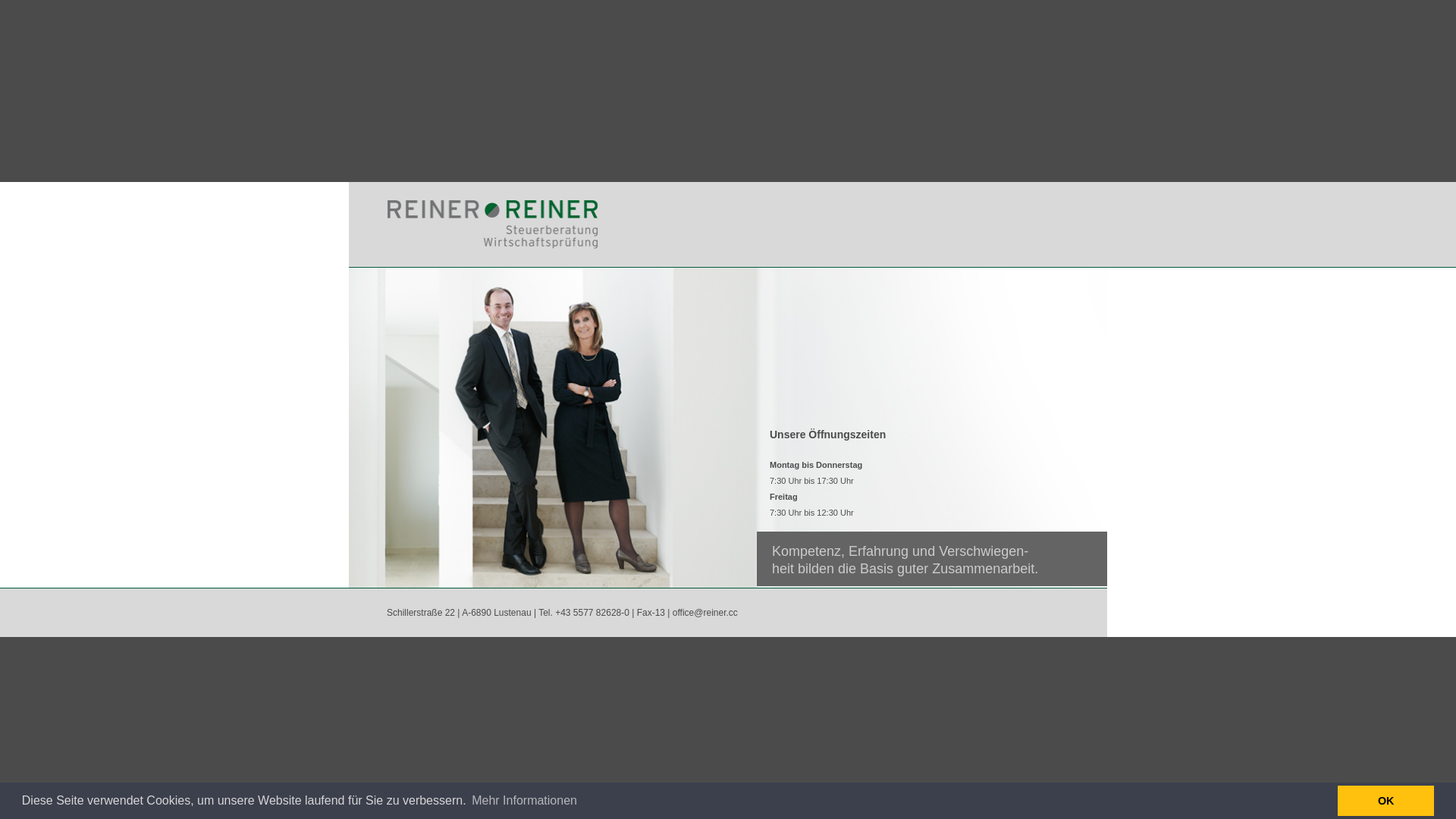  What do you see at coordinates (1385, 800) in the screenshot?
I see `'OK'` at bounding box center [1385, 800].